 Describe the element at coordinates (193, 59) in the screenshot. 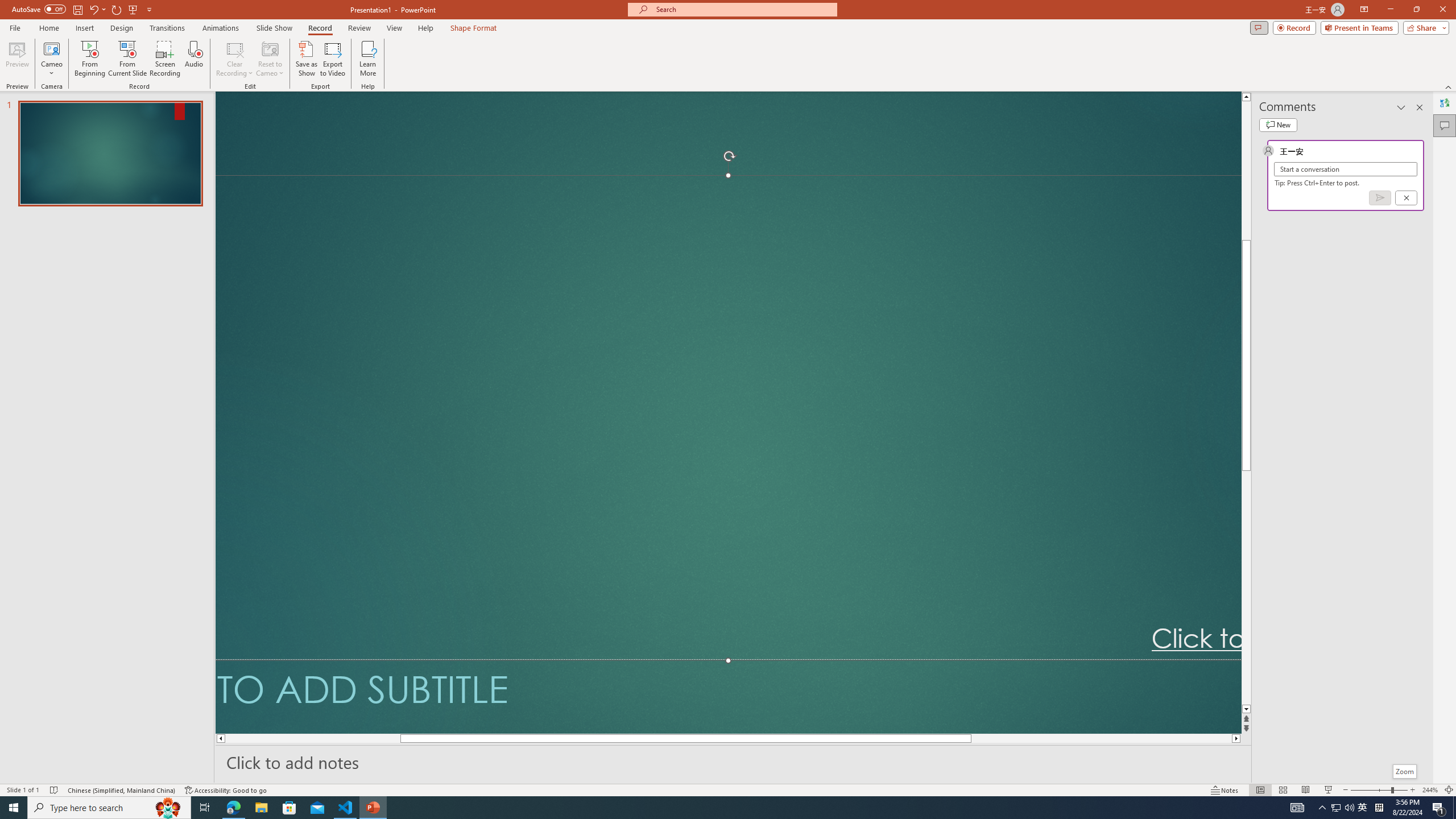

I see `'Audio'` at that location.